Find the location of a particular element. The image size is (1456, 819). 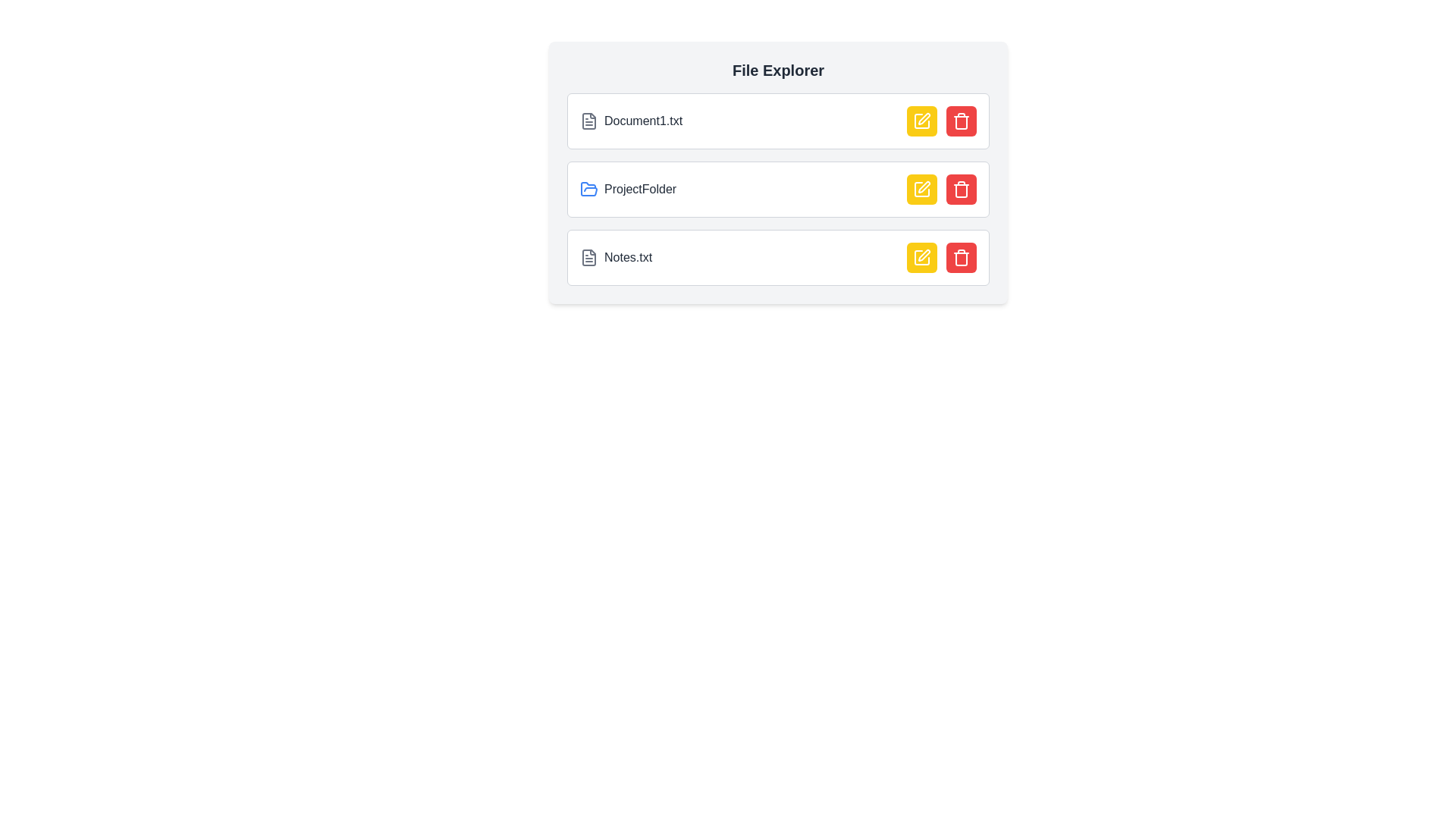

the document icon for 'Document1.txt', which is a rectangular paper-like SVG graphic with a folded corner, to visually associate it with the corresponding file is located at coordinates (588, 120).